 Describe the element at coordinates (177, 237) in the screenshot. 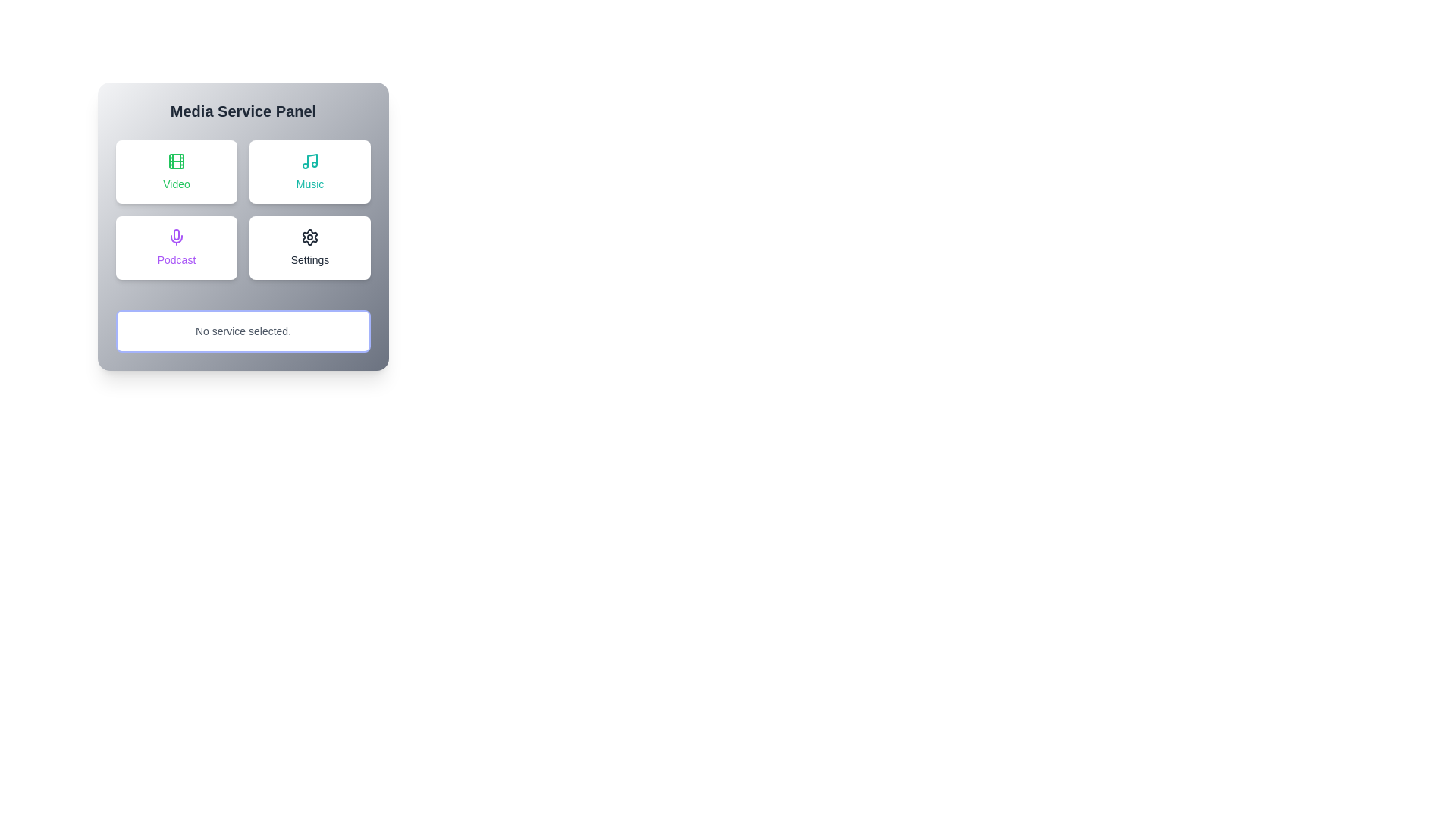

I see `the microphone icon, which is purple and outlined, located in the second item of the second row in a grid layout` at that location.